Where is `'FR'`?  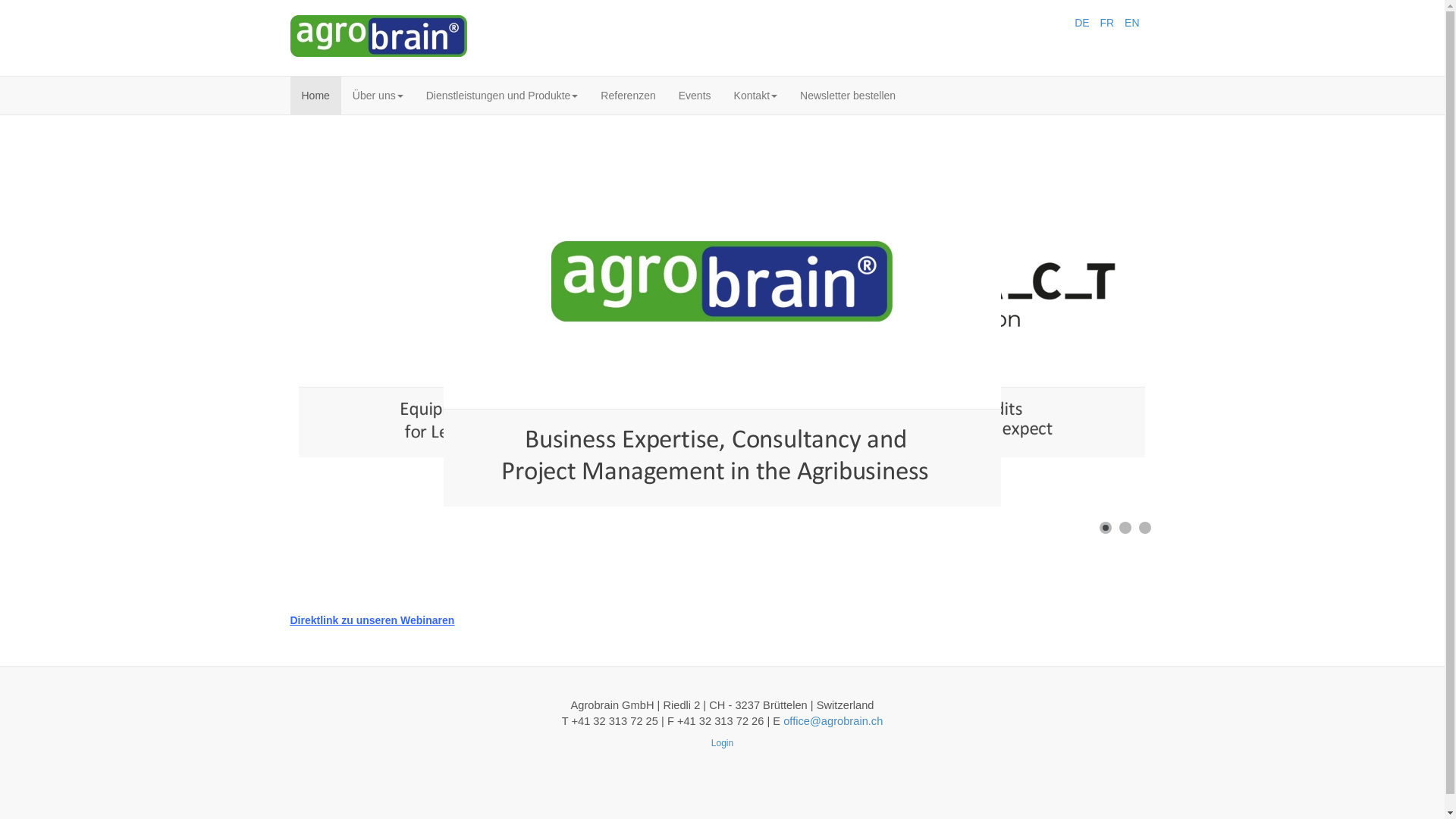 'FR' is located at coordinates (1108, 23).